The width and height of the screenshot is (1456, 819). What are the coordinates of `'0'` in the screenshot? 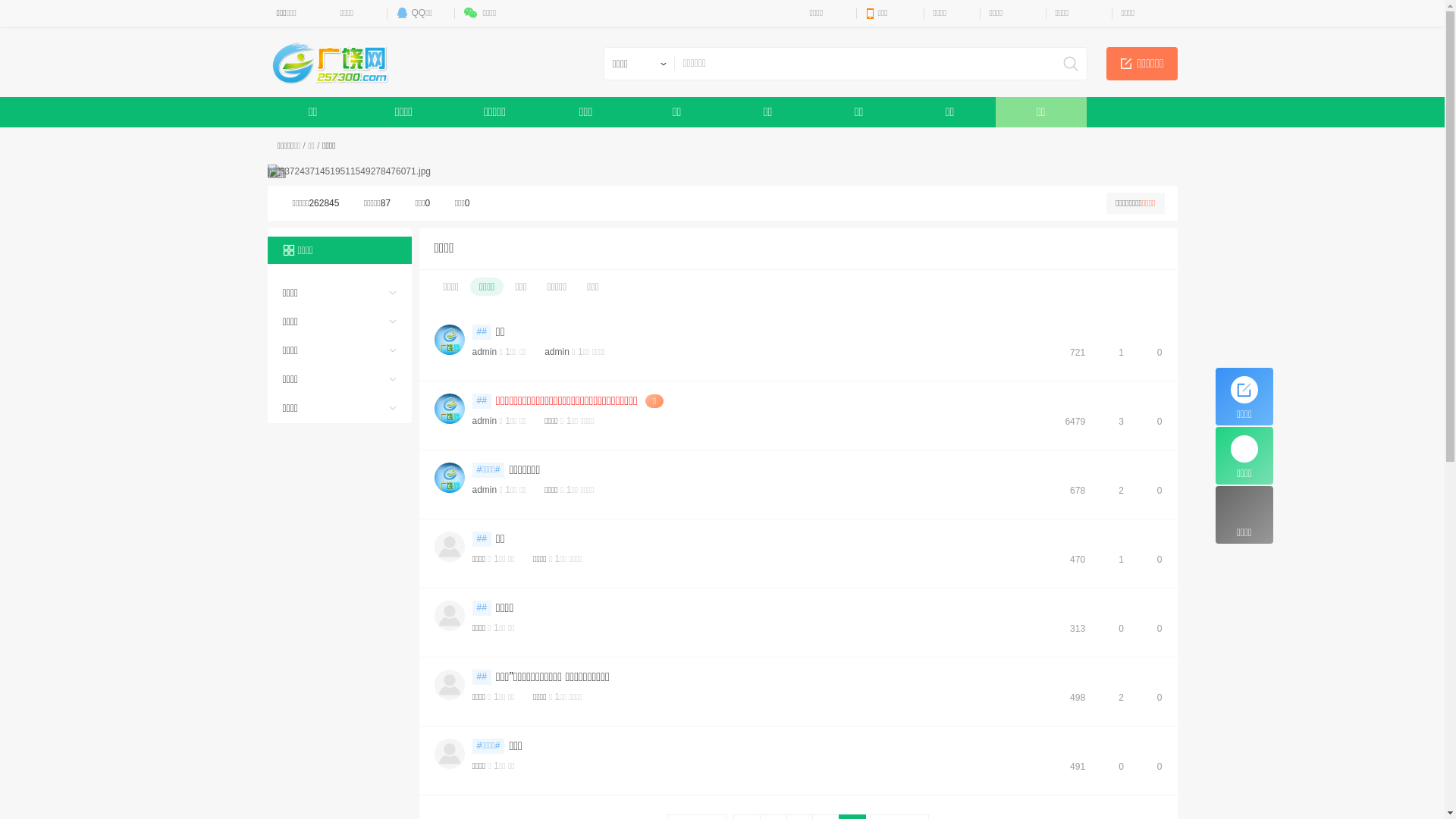 It's located at (1153, 353).